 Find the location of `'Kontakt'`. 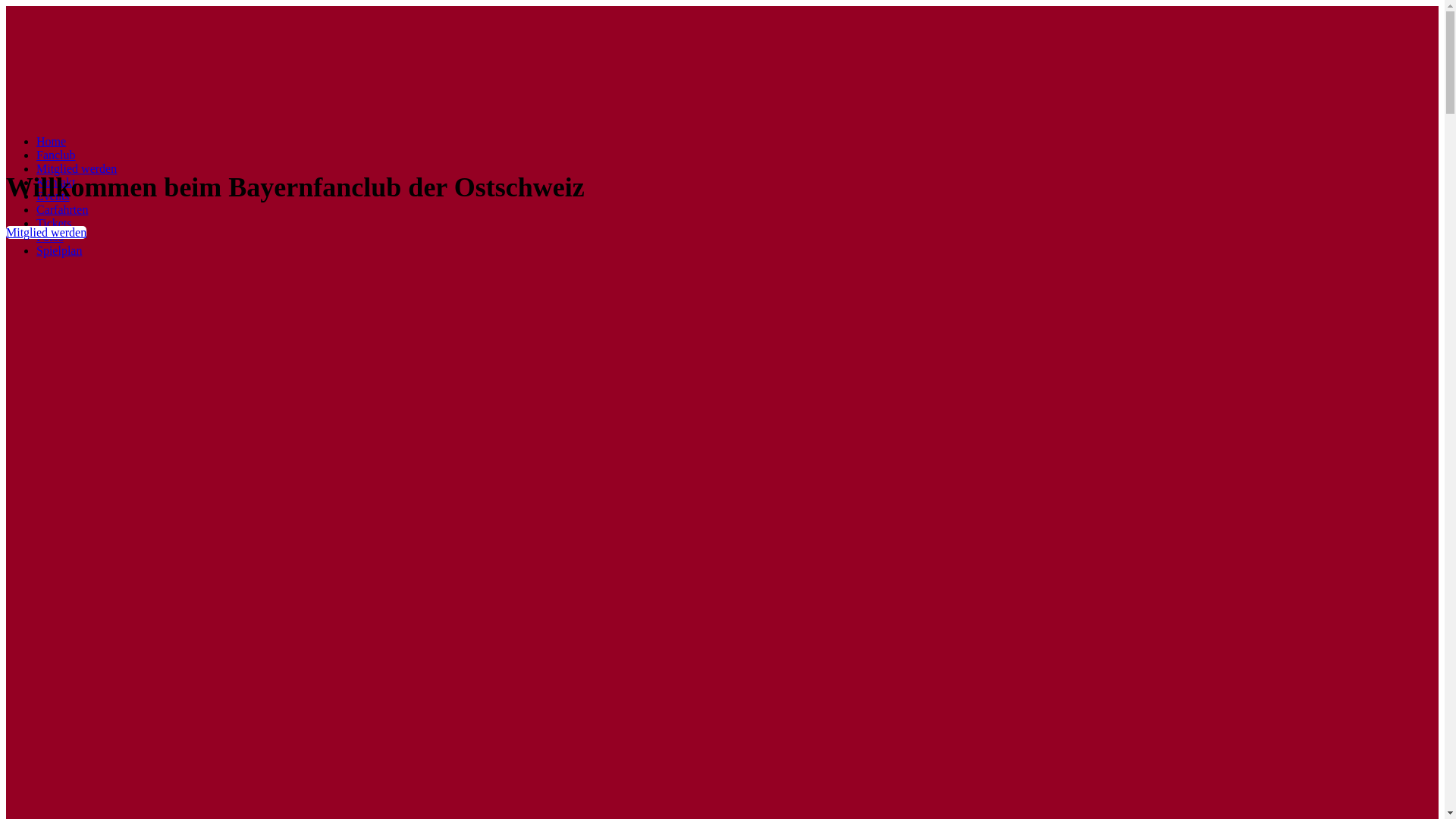

'Kontakt' is located at coordinates (55, 181).